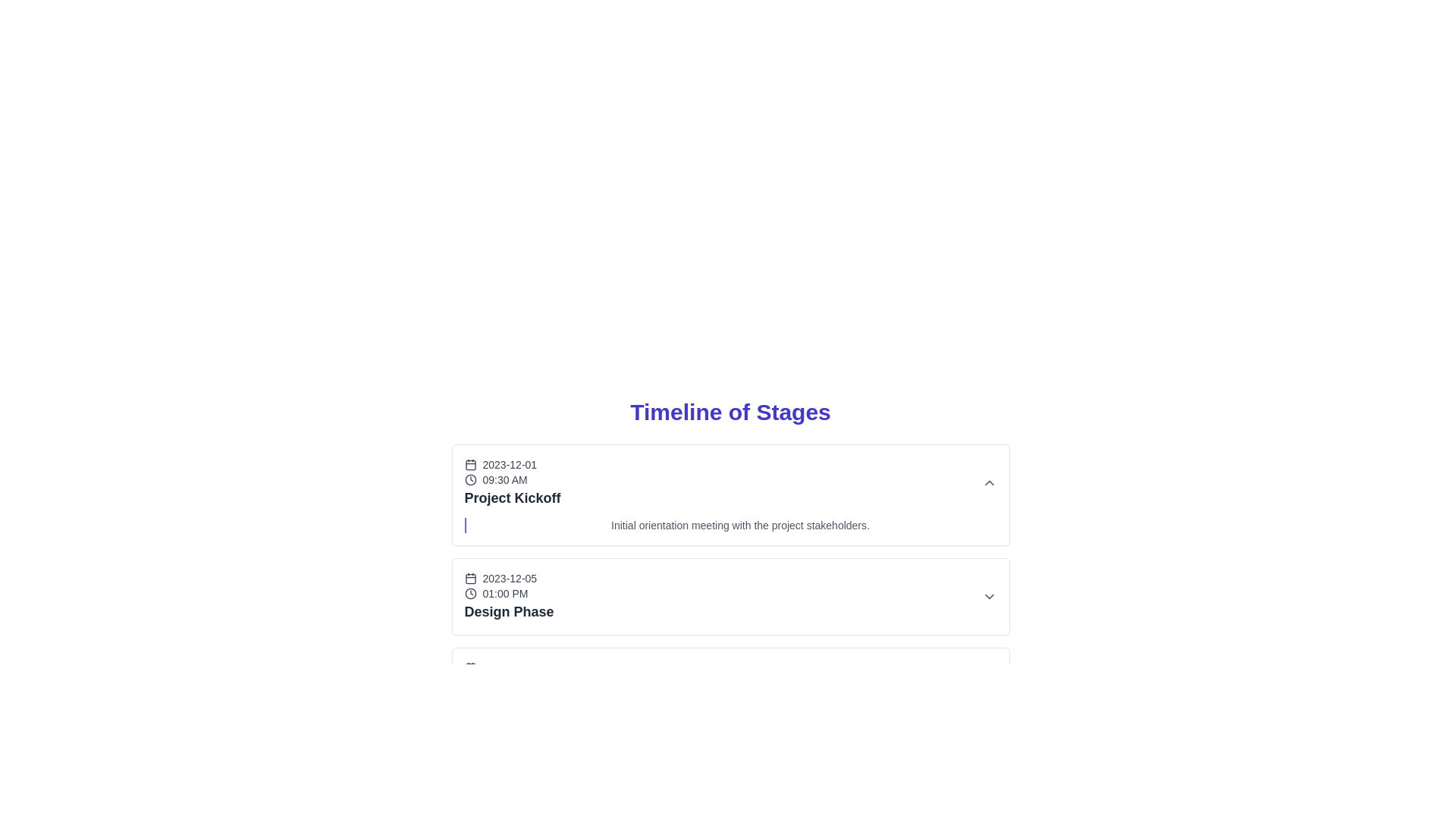  What do you see at coordinates (989, 595) in the screenshot?
I see `the downward-pointing chevron icon located at the far right of the row labeled '2023-12-05 01:00 PM Design Phase'` at bounding box center [989, 595].